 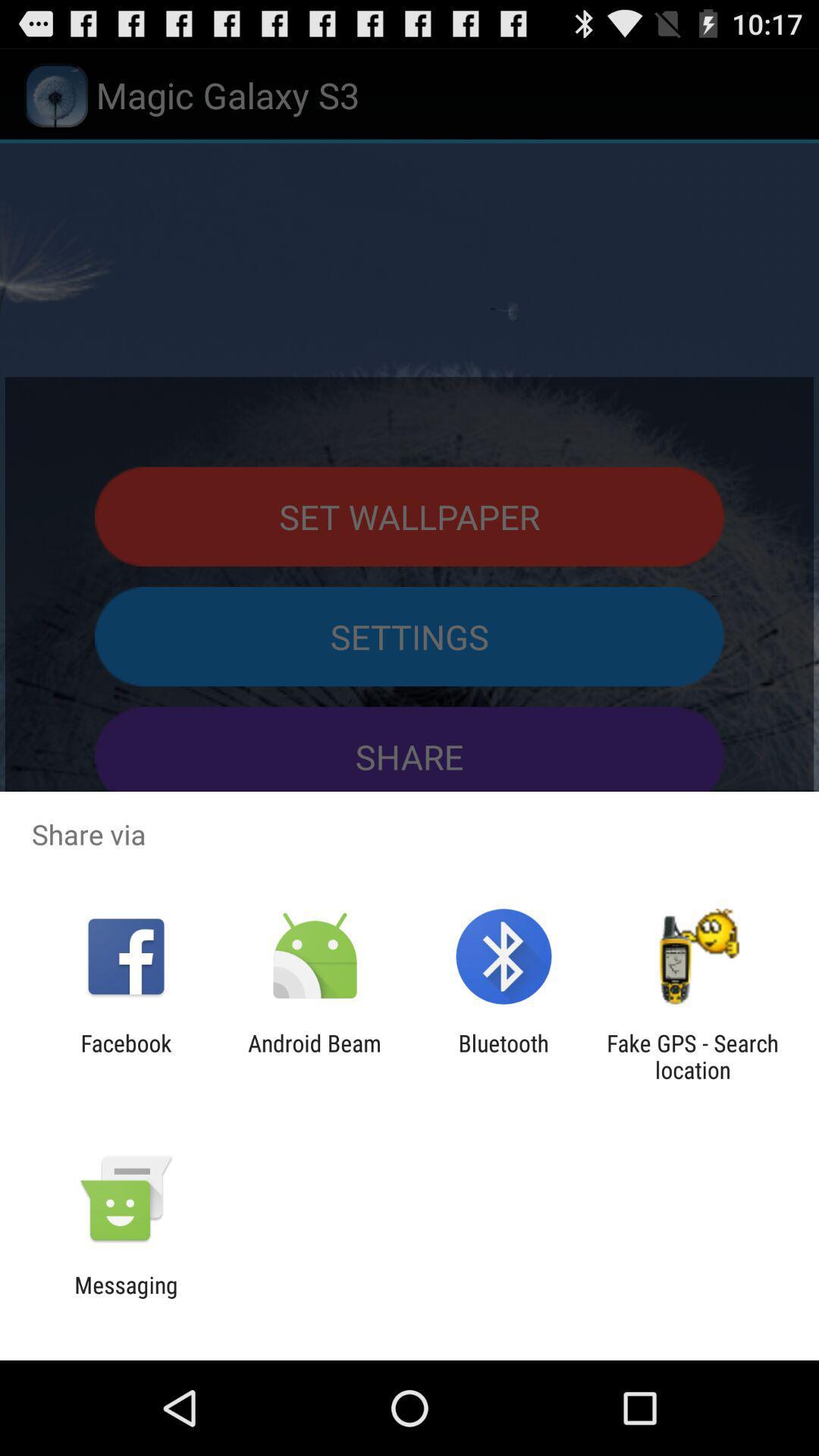 What do you see at coordinates (314, 1056) in the screenshot?
I see `the icon to the left of bluetooth` at bounding box center [314, 1056].